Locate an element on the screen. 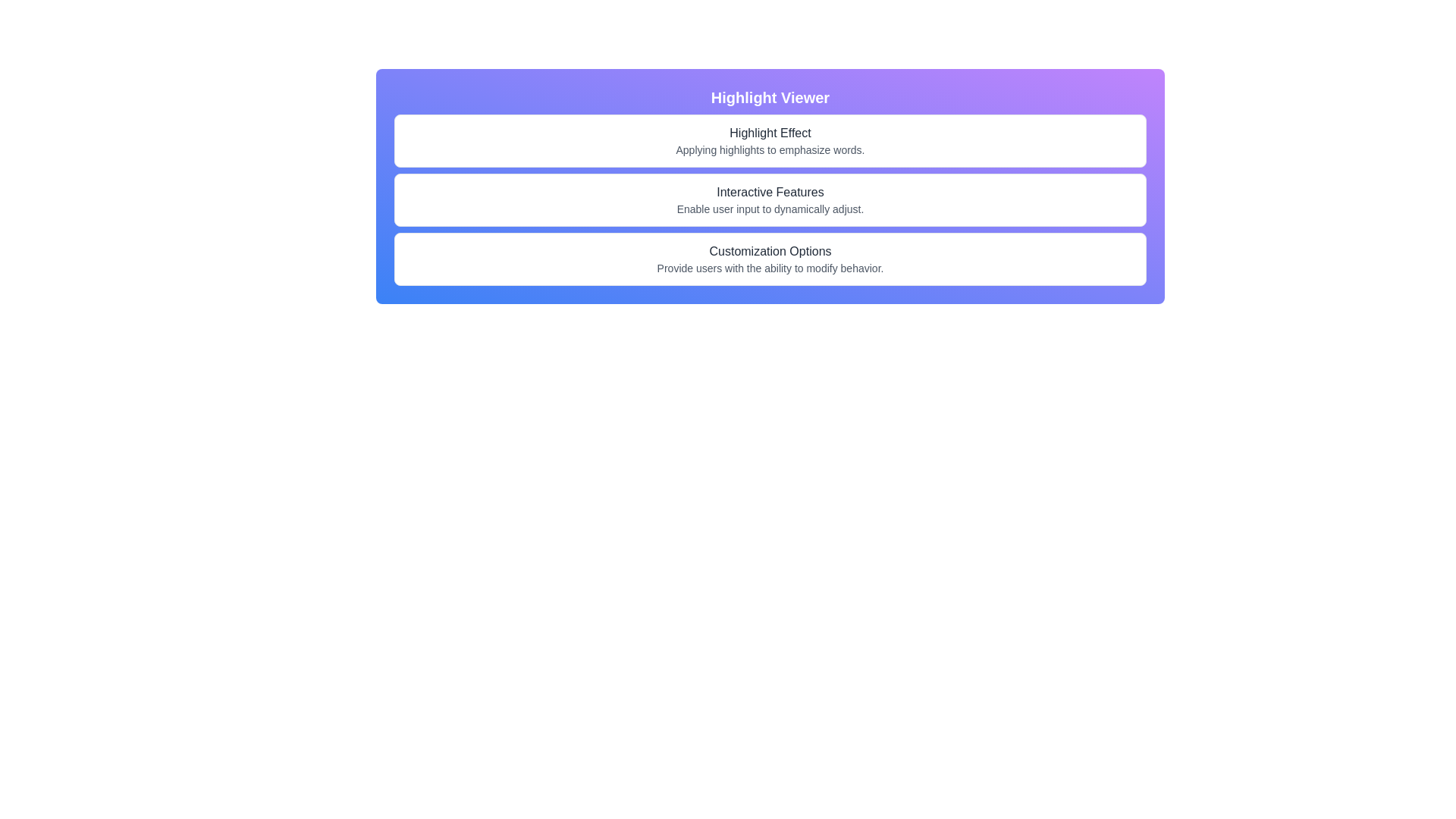 This screenshot has height=819, width=1456. the text card labeled 'Interactive Features' that informs users about dynamic settings adjustment, located between 'Highlight Effect' and 'Customization Options' within the 'Highlight Viewer' section is located at coordinates (770, 199).